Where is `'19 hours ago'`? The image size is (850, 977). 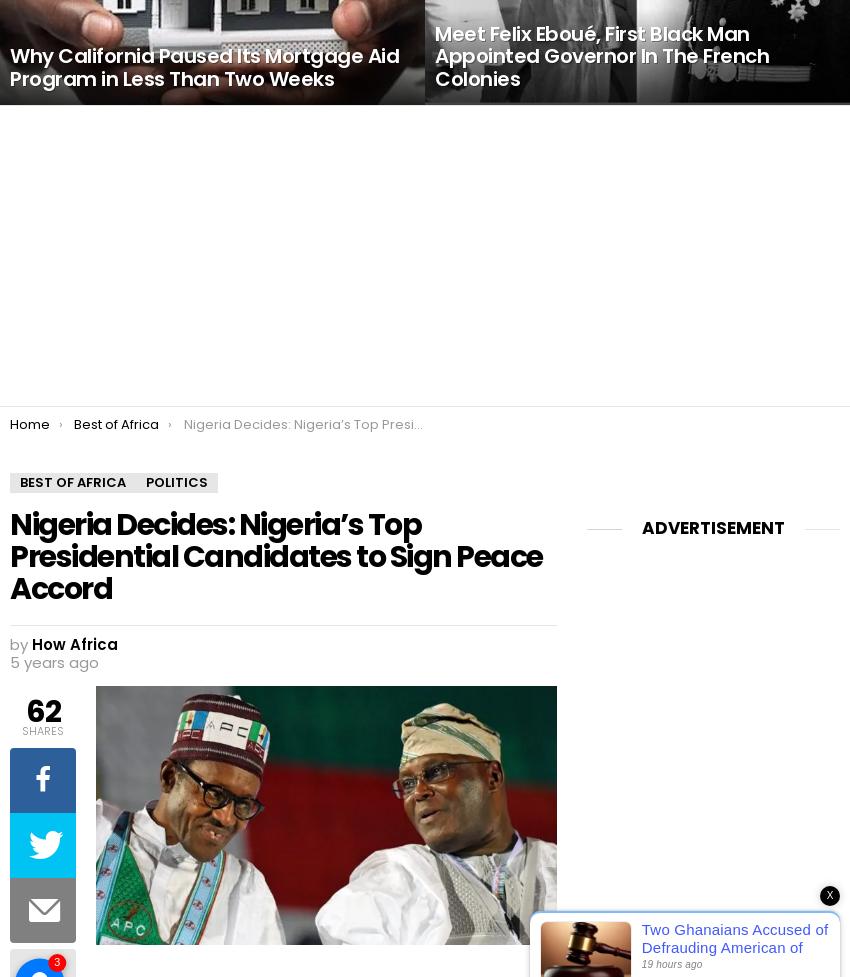 '19 hours ago' is located at coordinates (671, 963).